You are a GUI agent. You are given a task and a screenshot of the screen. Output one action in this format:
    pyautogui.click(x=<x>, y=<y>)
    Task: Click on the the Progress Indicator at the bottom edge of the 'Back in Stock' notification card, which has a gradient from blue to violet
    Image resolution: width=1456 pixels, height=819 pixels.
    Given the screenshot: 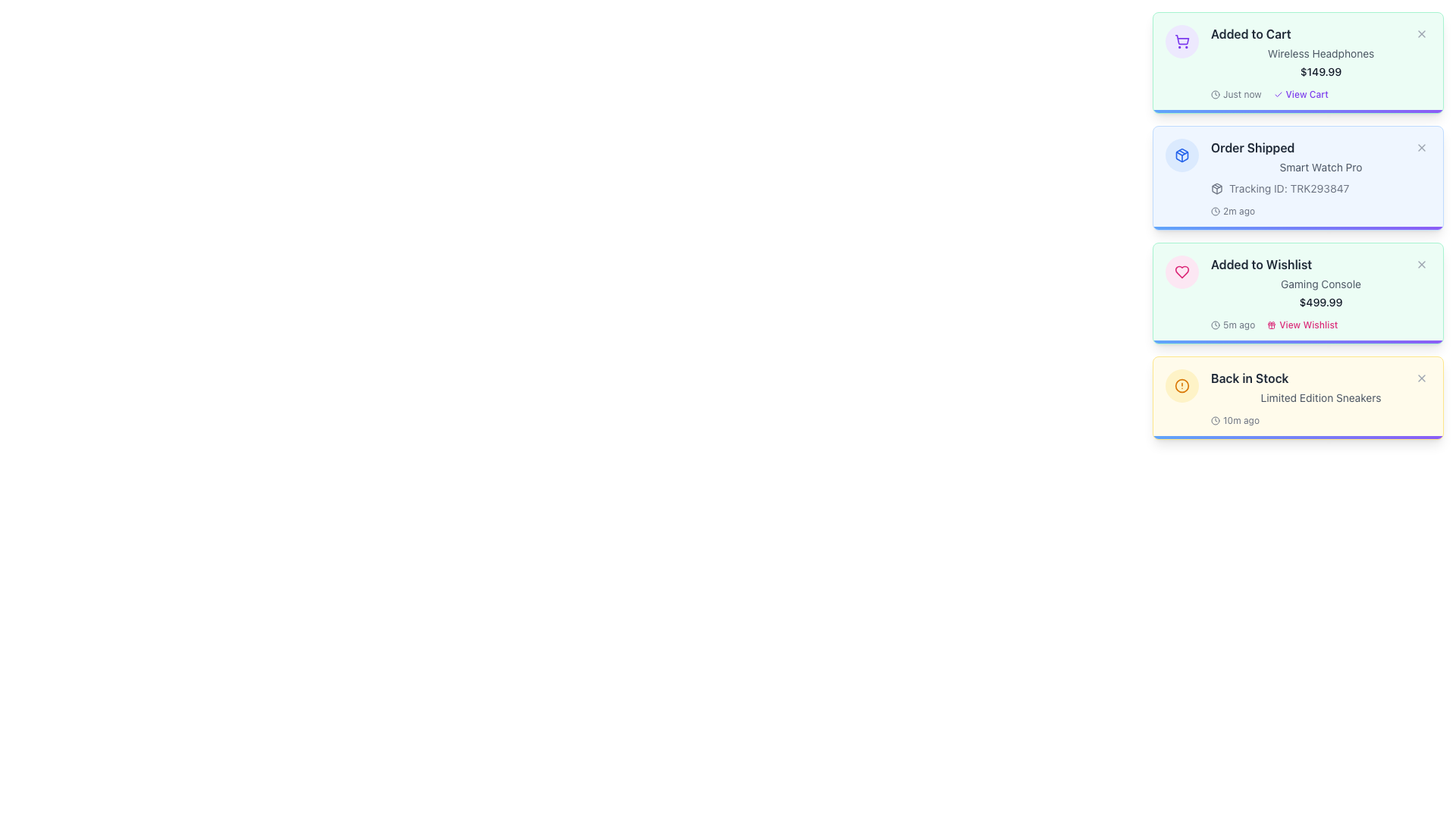 What is the action you would take?
    pyautogui.click(x=1298, y=438)
    